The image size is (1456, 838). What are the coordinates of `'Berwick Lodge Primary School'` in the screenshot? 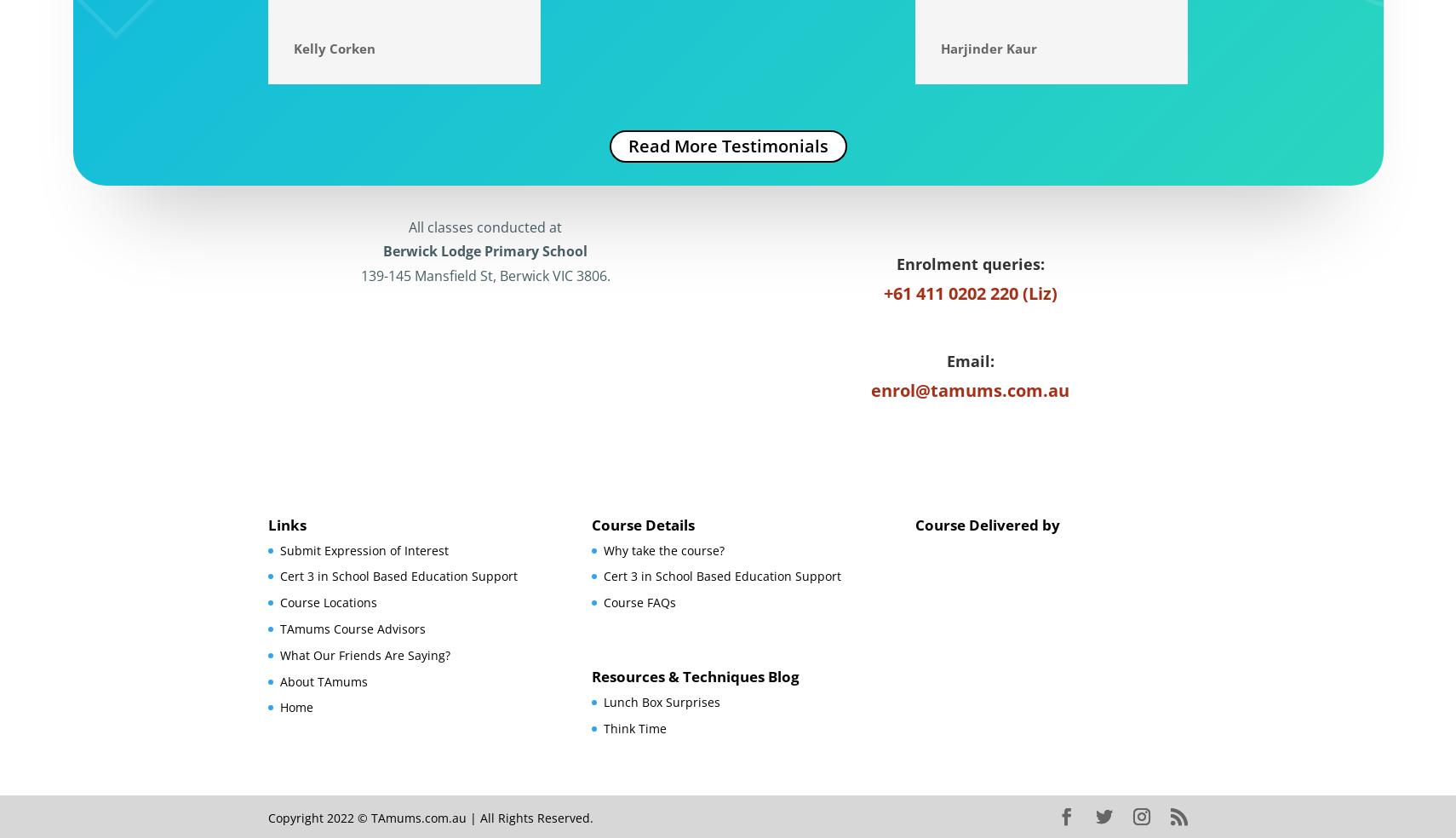 It's located at (484, 250).